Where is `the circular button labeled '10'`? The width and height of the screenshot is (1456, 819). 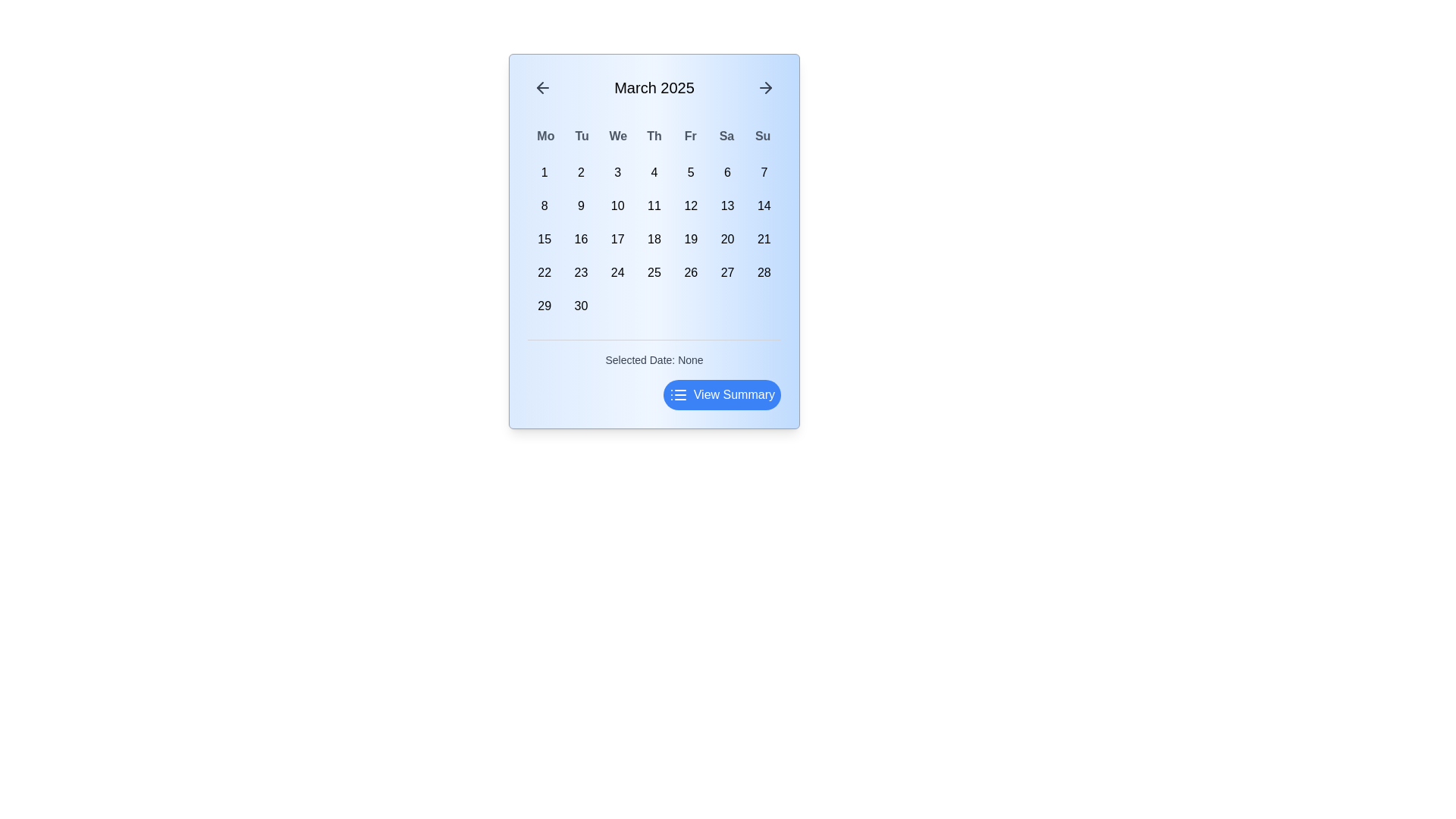 the circular button labeled '10' is located at coordinates (617, 206).